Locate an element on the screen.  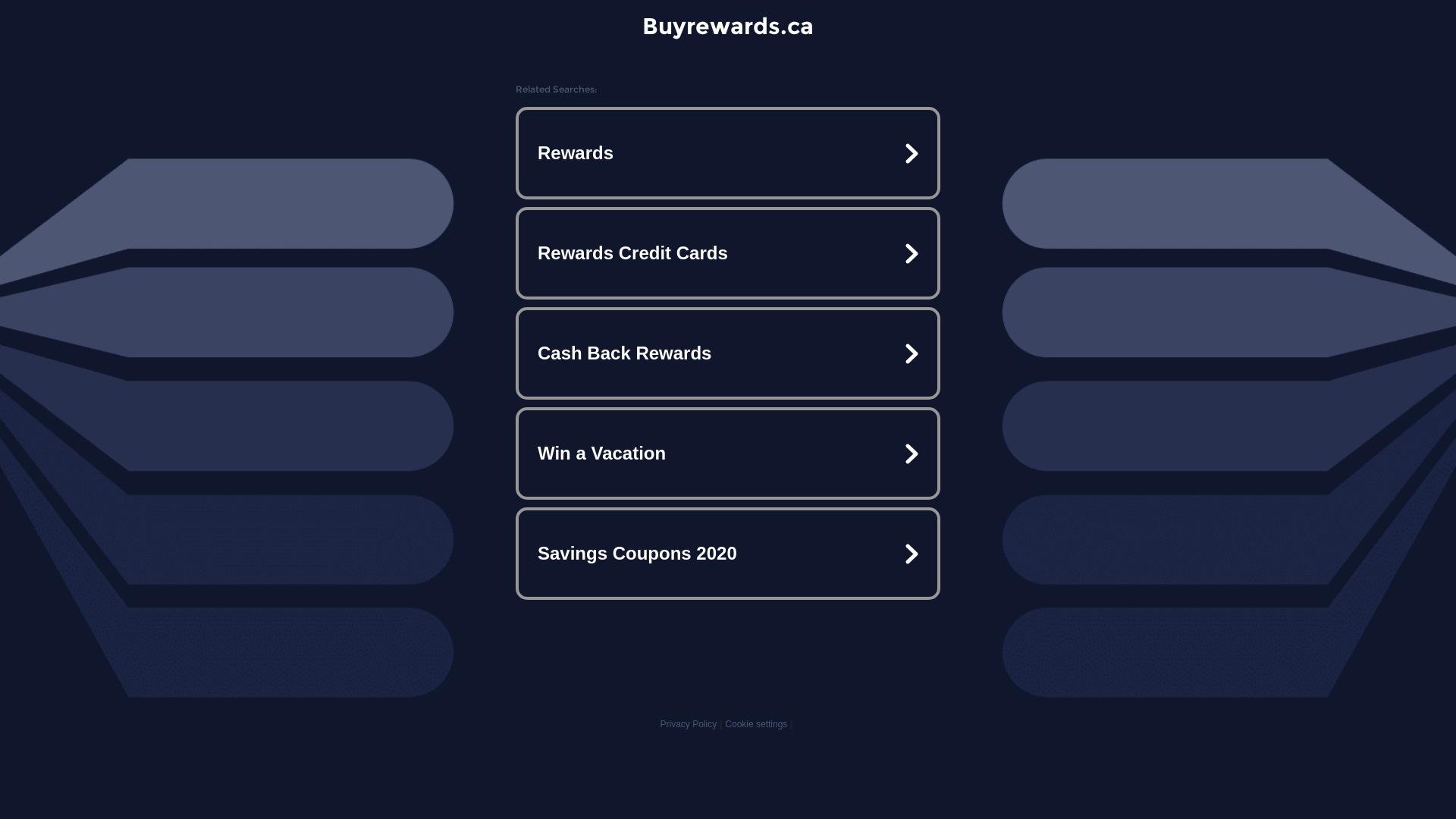
'Win a Vacation' is located at coordinates (728, 452).